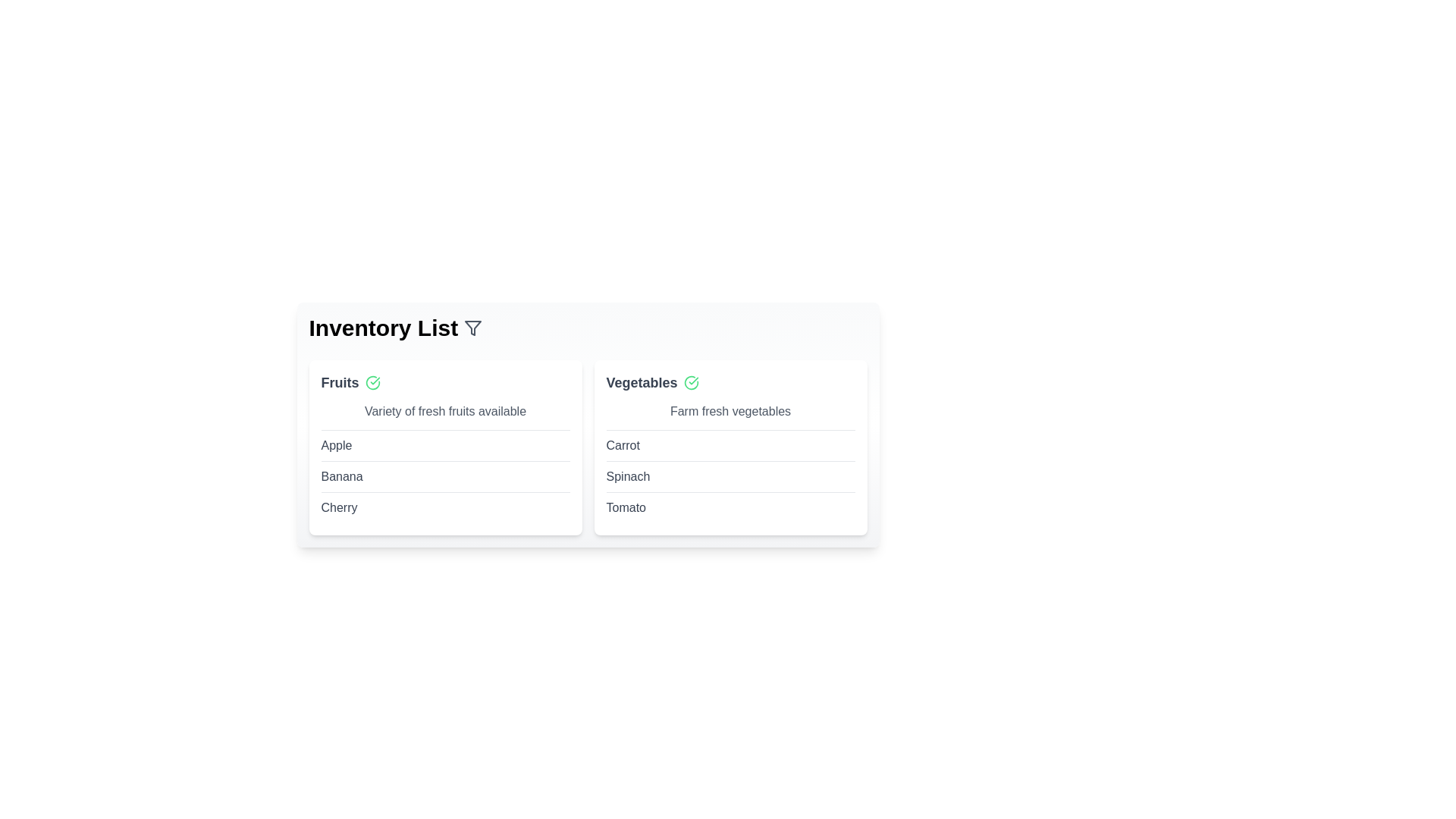 This screenshot has width=1456, height=819. I want to click on the item Apple in the inventory, so click(335, 444).